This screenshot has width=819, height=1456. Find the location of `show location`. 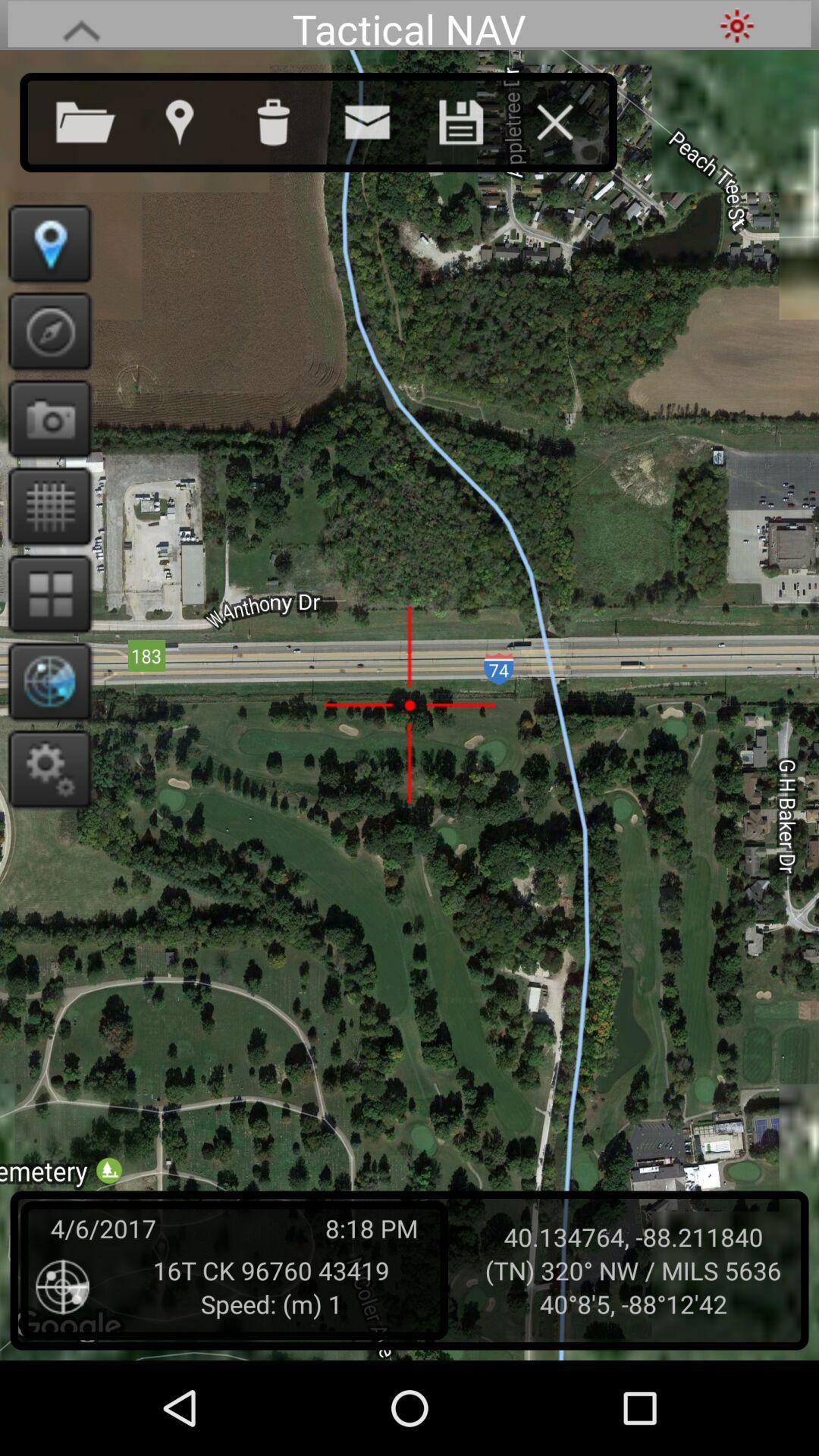

show location is located at coordinates (44, 243).